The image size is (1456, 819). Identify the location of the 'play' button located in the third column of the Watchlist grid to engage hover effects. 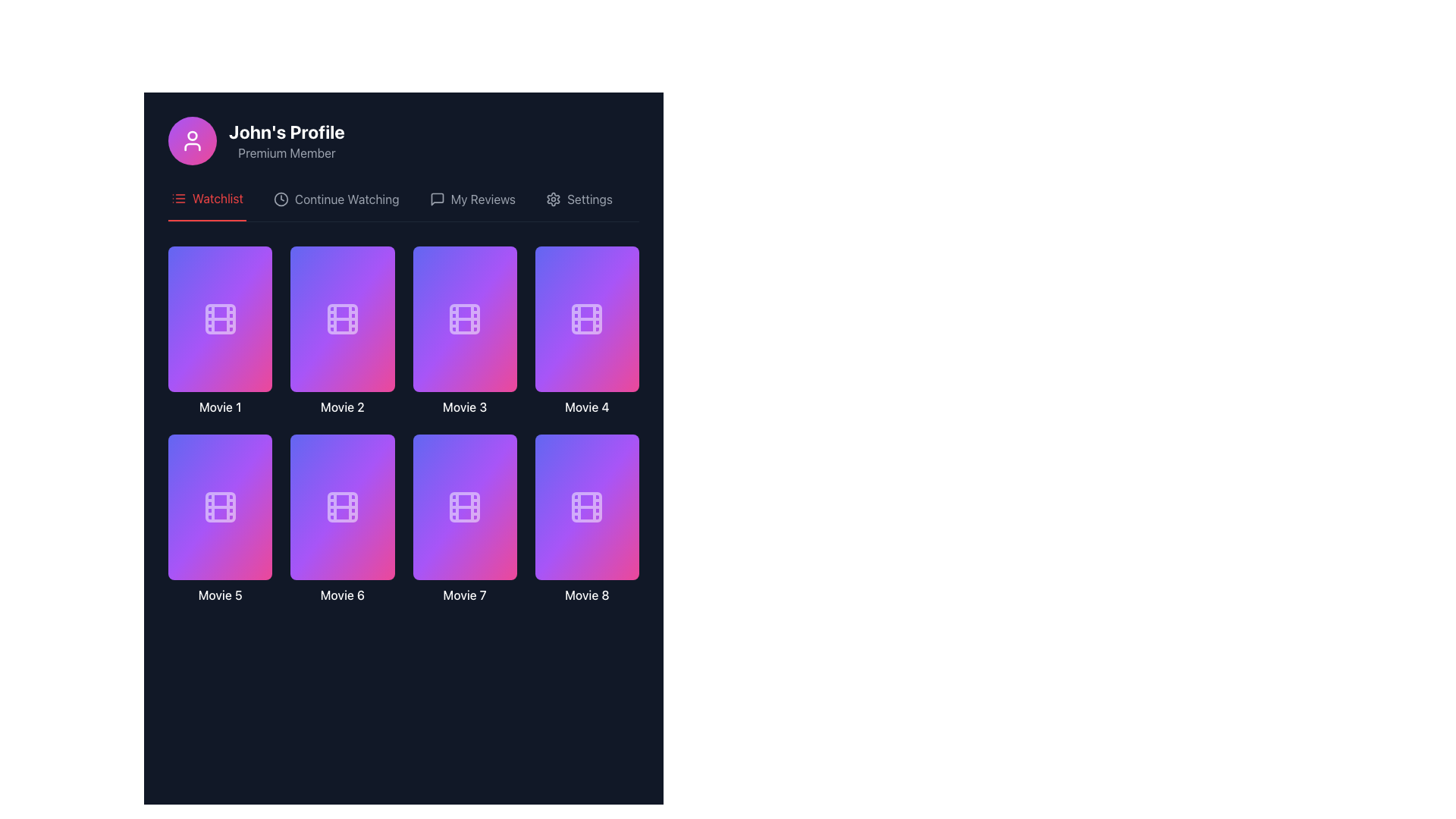
(464, 311).